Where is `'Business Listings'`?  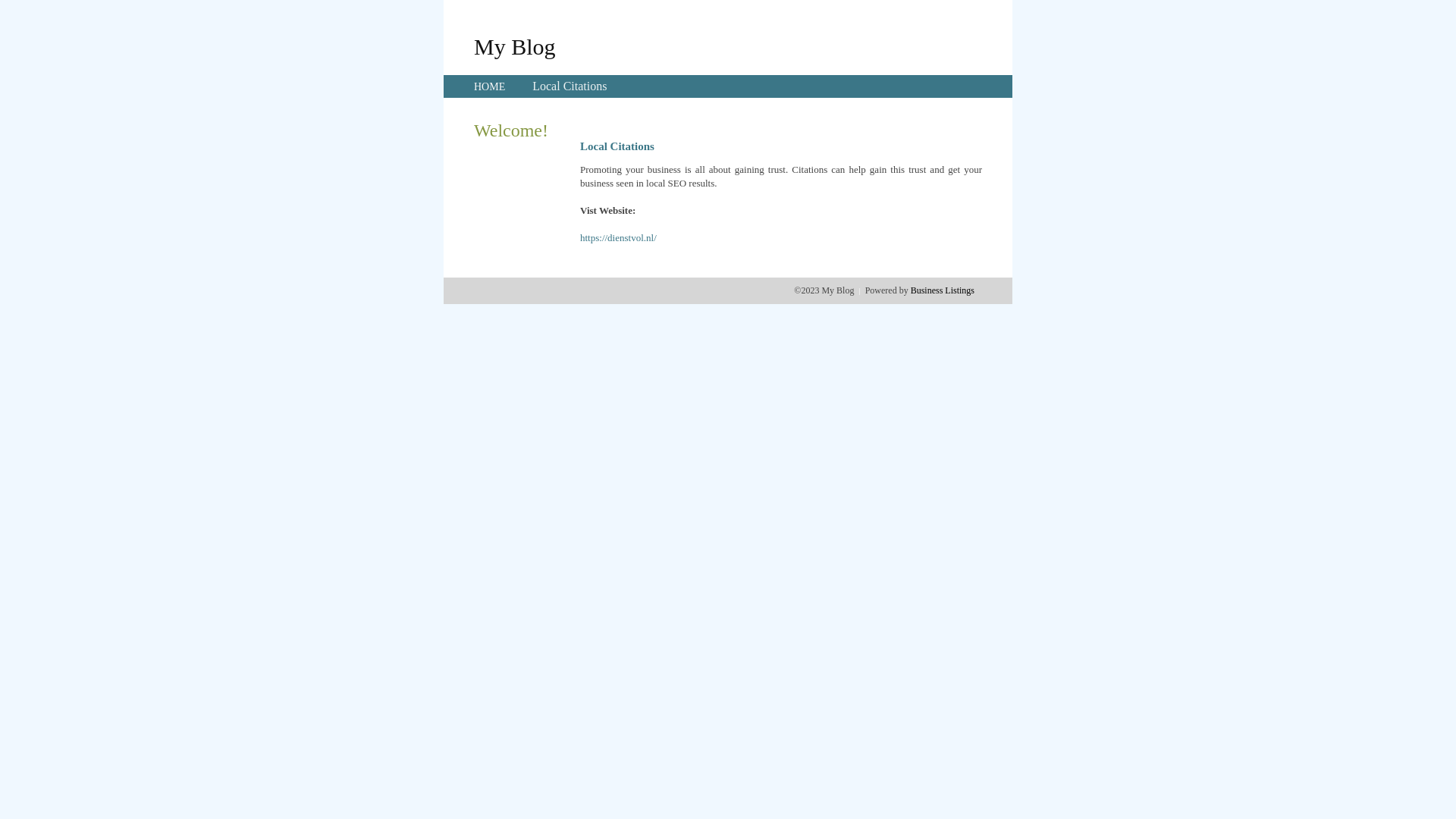 'Business Listings' is located at coordinates (942, 290).